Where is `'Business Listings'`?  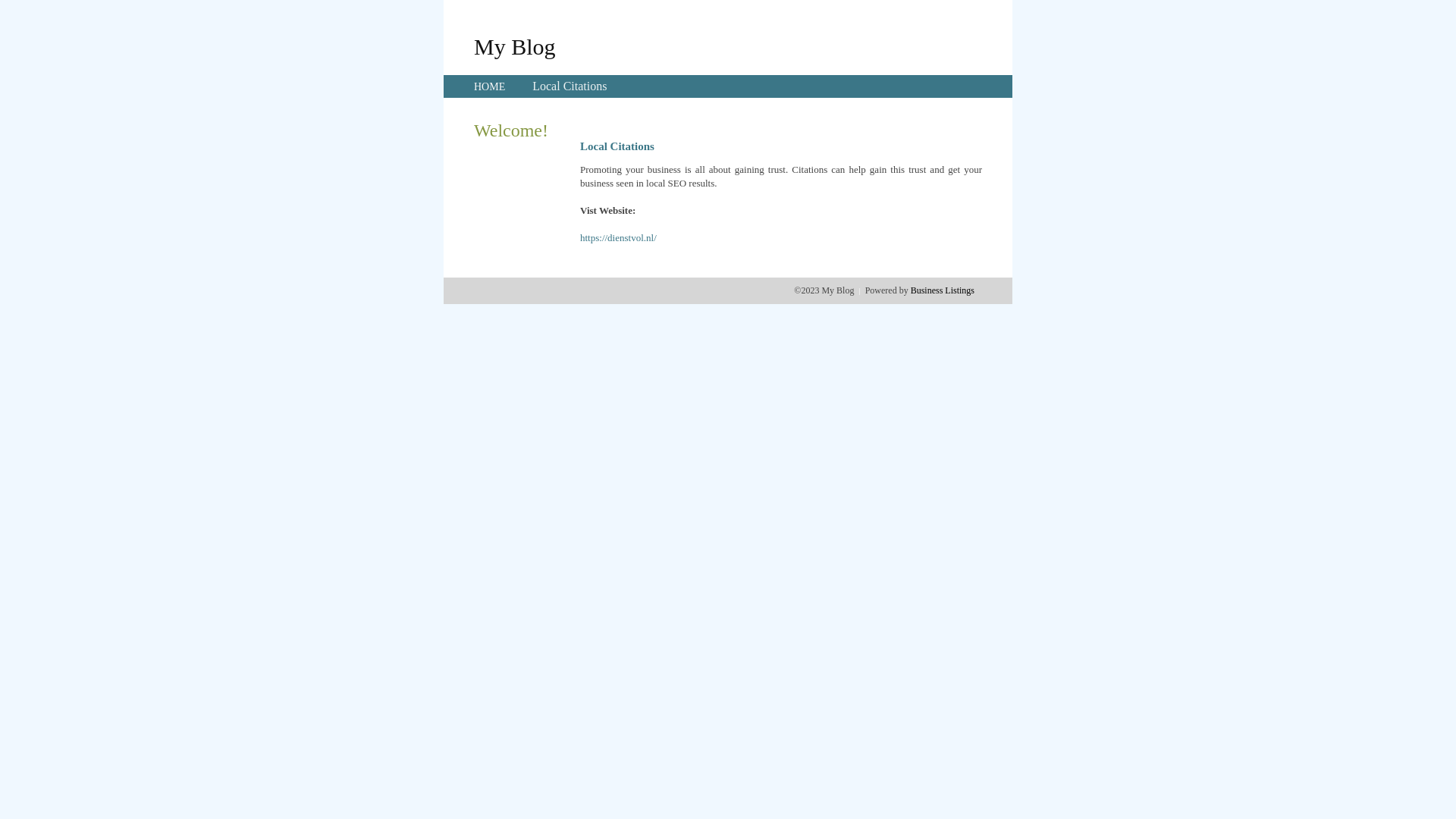 'Business Listings' is located at coordinates (942, 290).